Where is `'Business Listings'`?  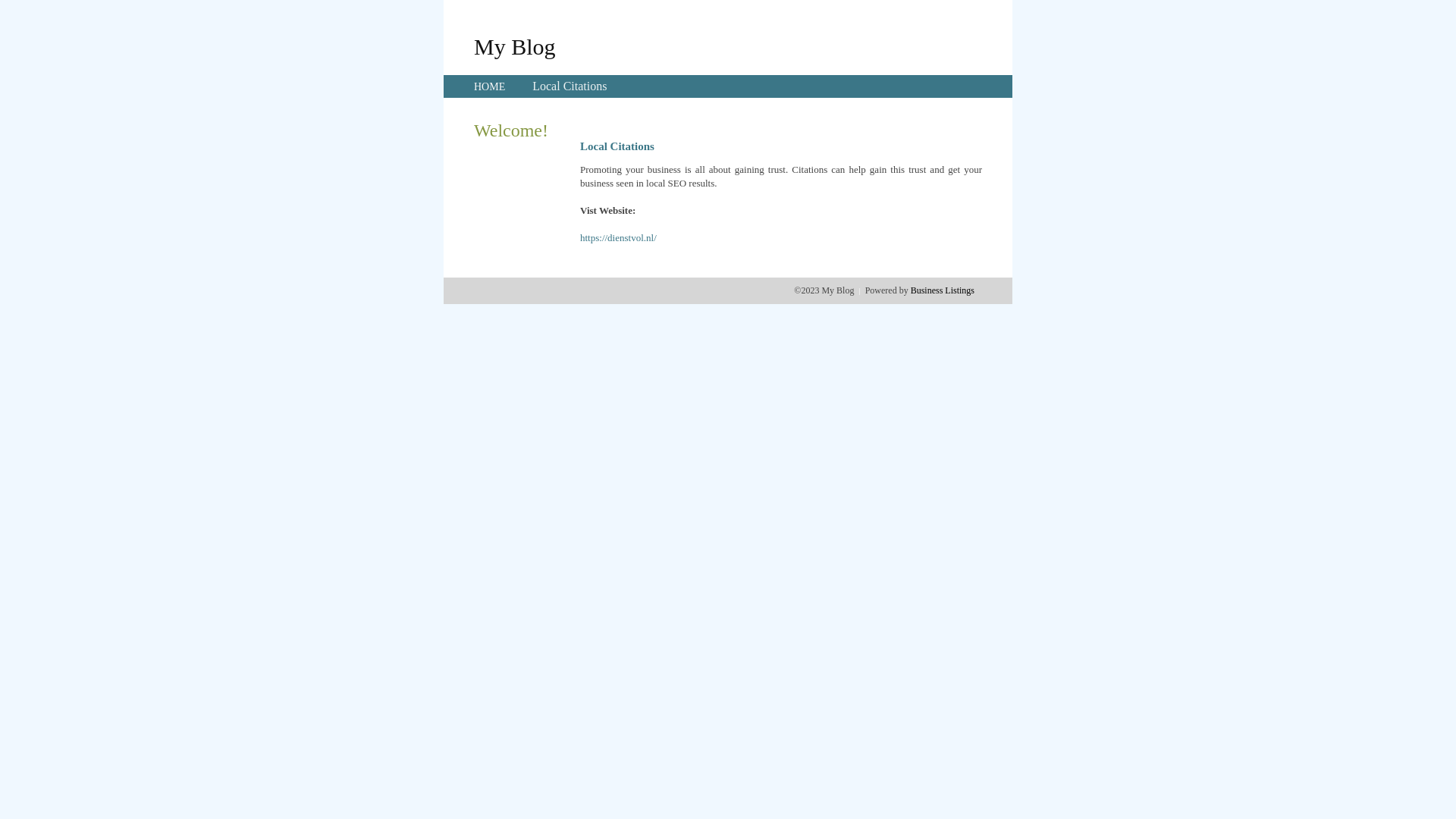 'Business Listings' is located at coordinates (942, 290).